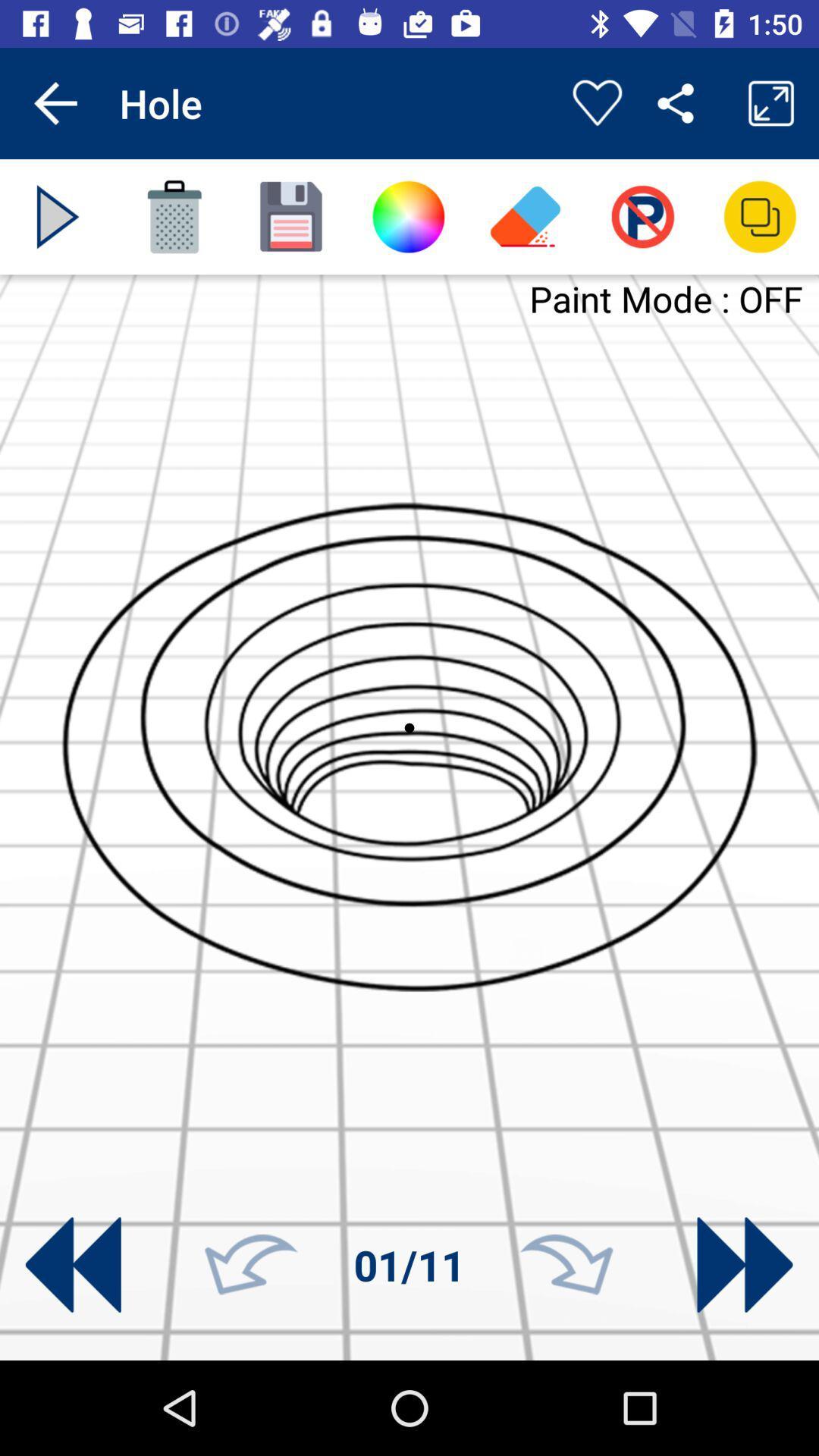 The image size is (819, 1456). Describe the element at coordinates (744, 1265) in the screenshot. I see `the av_forward icon` at that location.